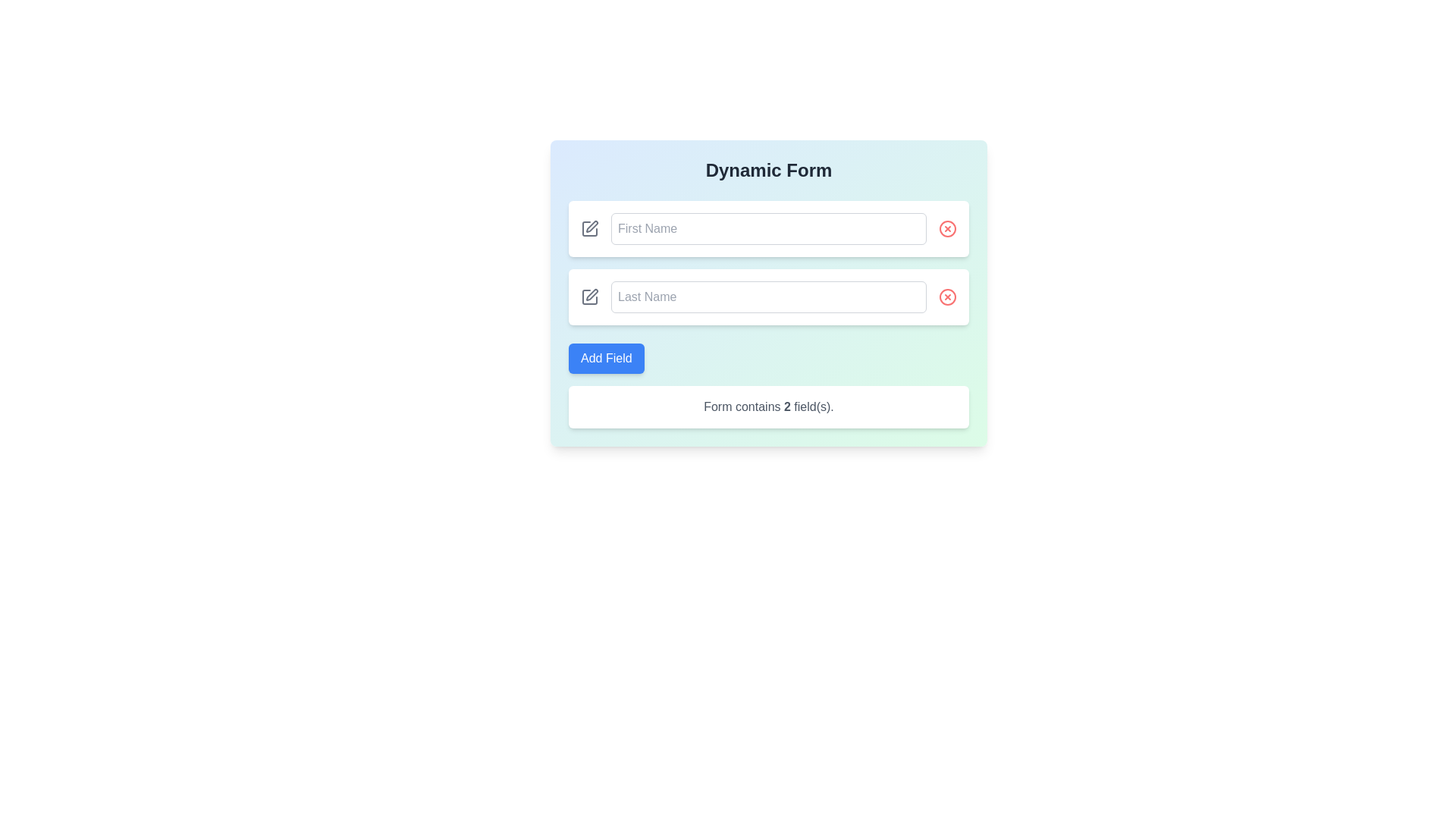 The width and height of the screenshot is (1456, 819). What do you see at coordinates (768, 406) in the screenshot?
I see `the Informational text block that displays the summary message indicating the number of fields in the form, which is located below the blue 'Add Field' button` at bounding box center [768, 406].